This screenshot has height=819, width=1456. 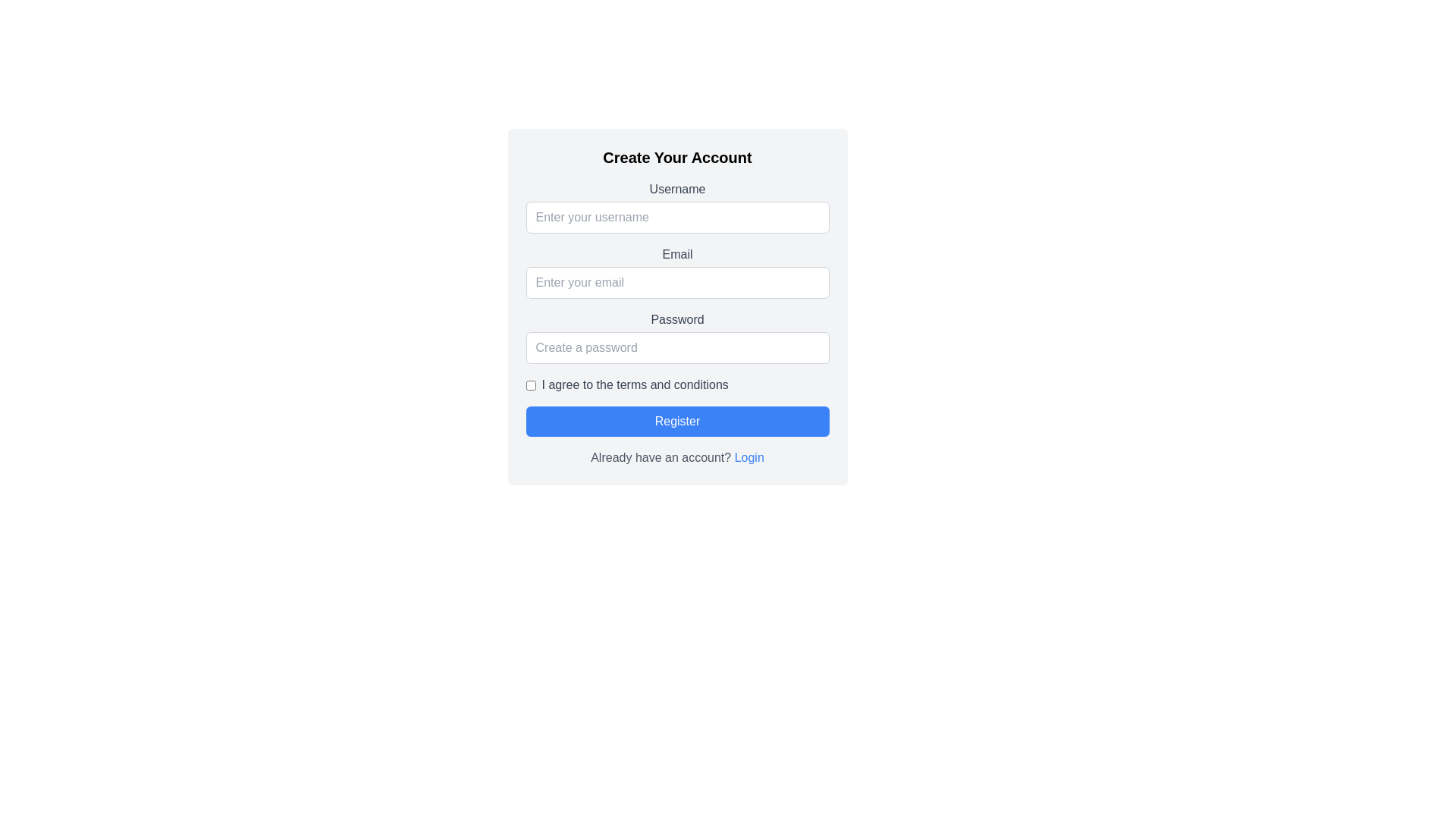 I want to click on the 'Register' button, which is a rectangular button with a blue background and white text, located at the bottom of the form, below the terms checkbox and above the login link, so click(x=676, y=421).